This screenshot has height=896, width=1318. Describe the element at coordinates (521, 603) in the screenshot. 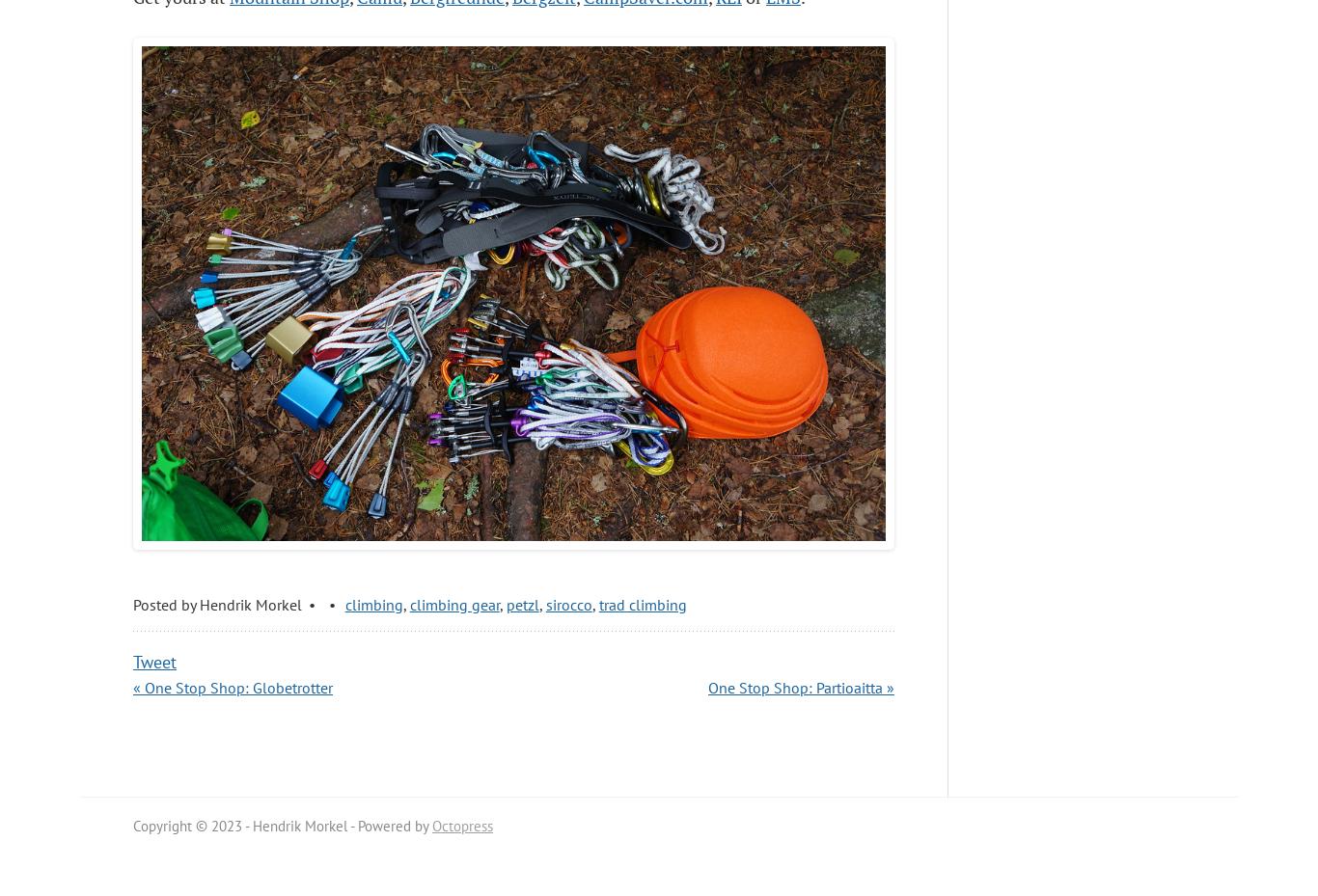

I see `'petzl'` at that location.